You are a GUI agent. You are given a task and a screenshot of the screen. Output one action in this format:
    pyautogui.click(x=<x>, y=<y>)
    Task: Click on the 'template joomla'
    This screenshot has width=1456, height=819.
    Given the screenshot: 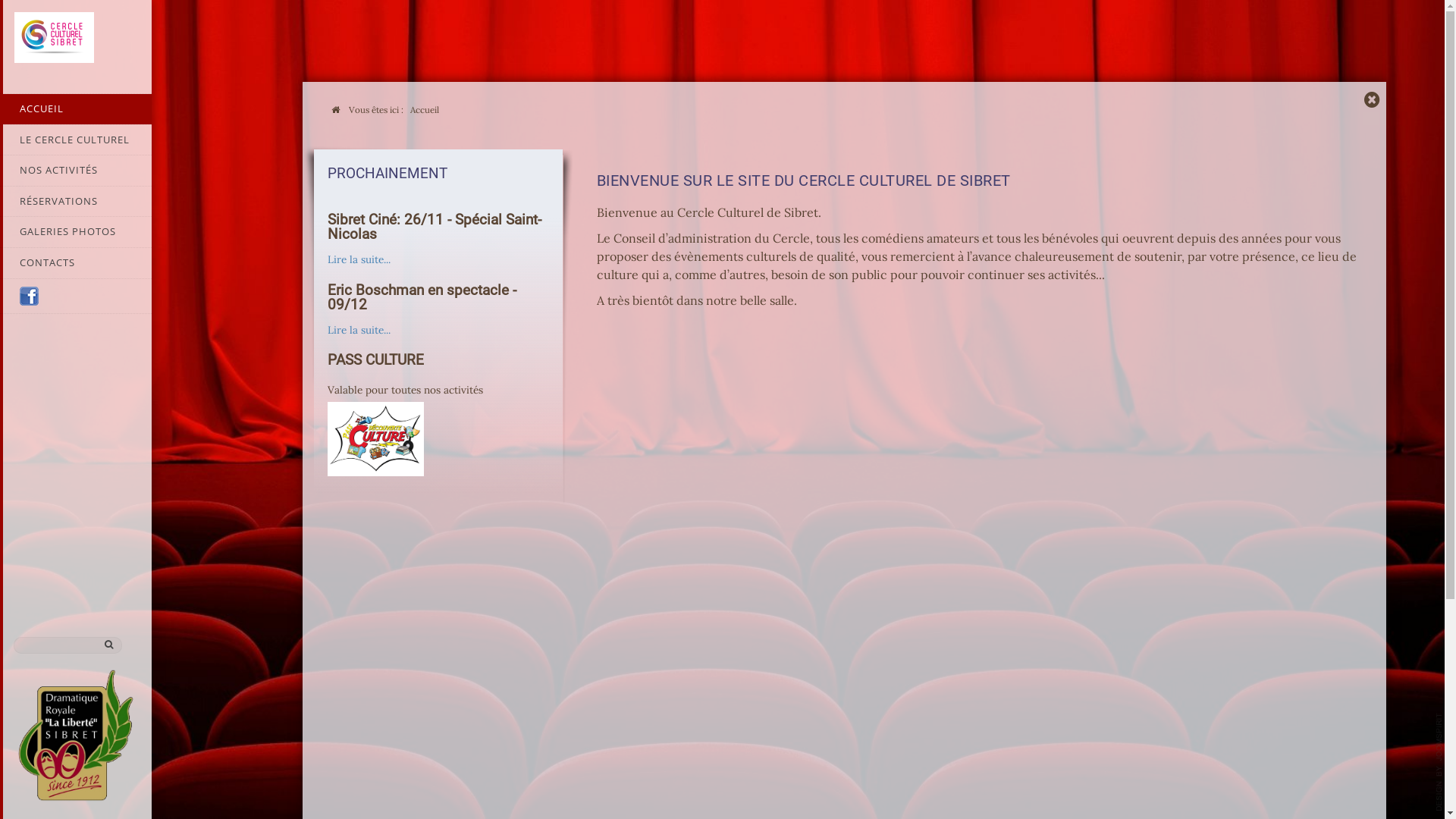 What is the action you would take?
    pyautogui.click(x=1436, y=762)
    